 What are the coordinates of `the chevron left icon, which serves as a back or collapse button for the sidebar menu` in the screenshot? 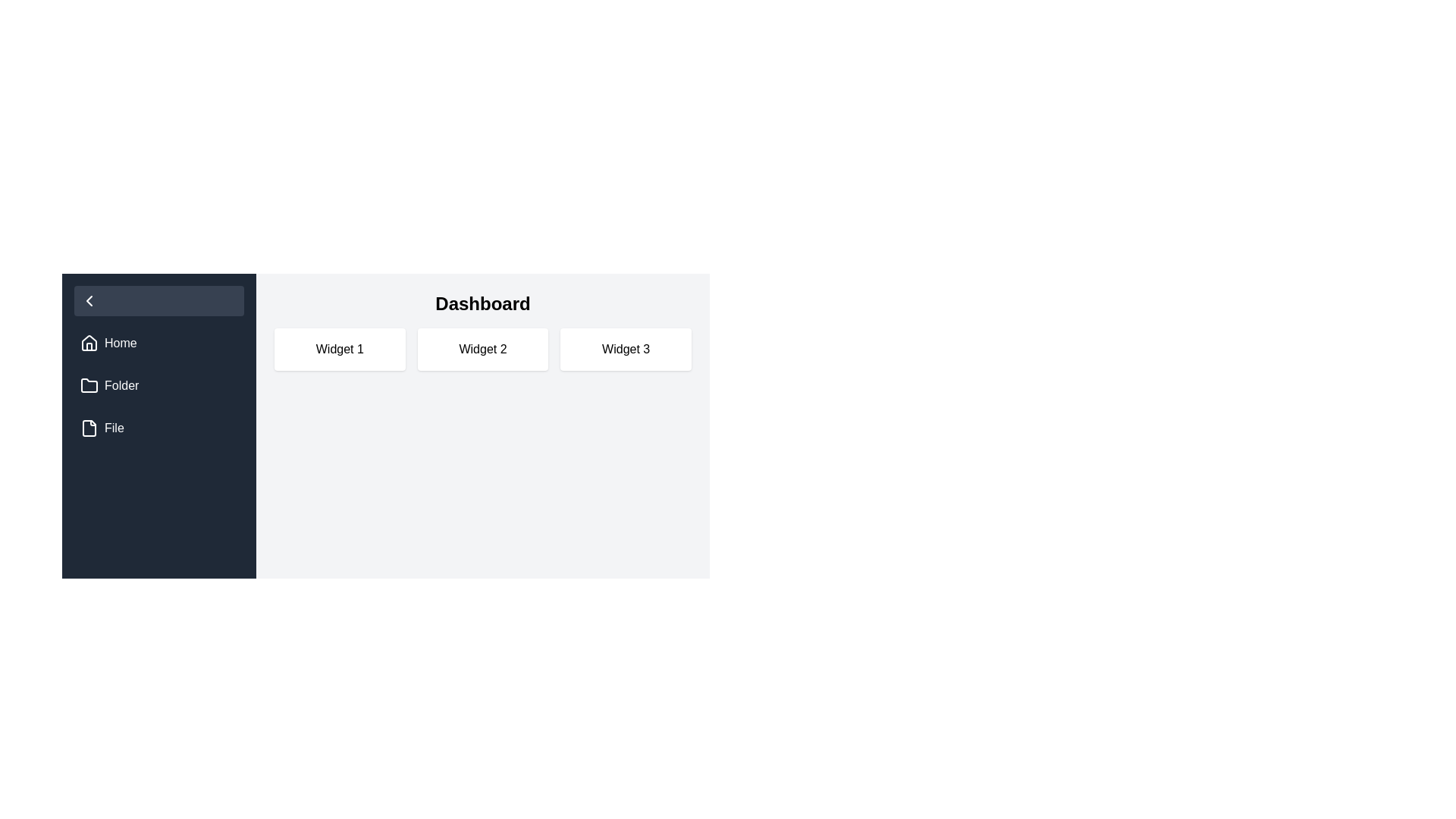 It's located at (89, 301).